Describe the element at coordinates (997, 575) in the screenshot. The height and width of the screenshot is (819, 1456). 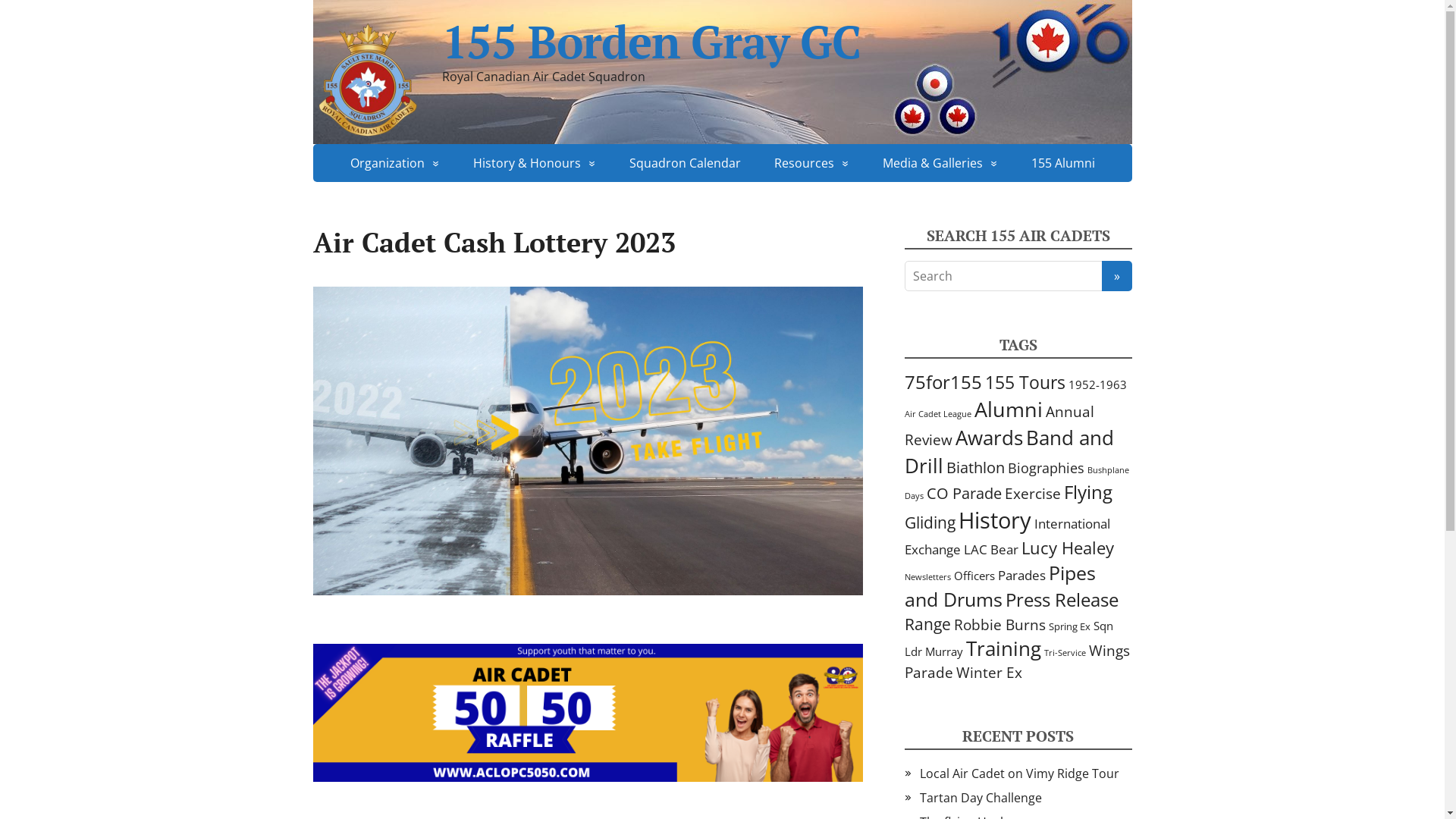
I see `'Parades'` at that location.